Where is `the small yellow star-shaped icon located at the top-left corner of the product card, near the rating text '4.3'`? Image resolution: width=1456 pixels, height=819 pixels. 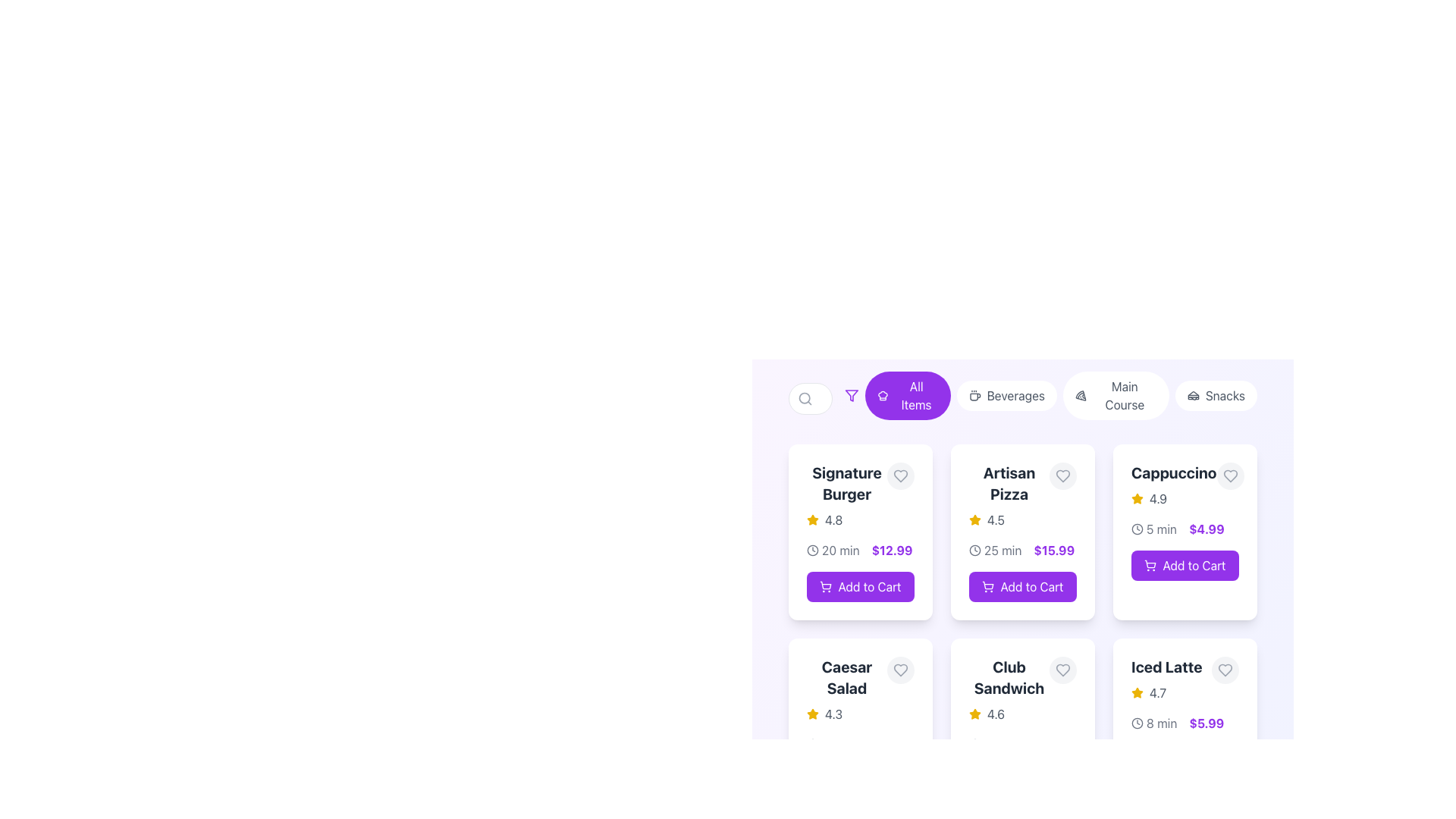
the small yellow star-shaped icon located at the top-left corner of the product card, near the rating text '4.3' is located at coordinates (811, 714).